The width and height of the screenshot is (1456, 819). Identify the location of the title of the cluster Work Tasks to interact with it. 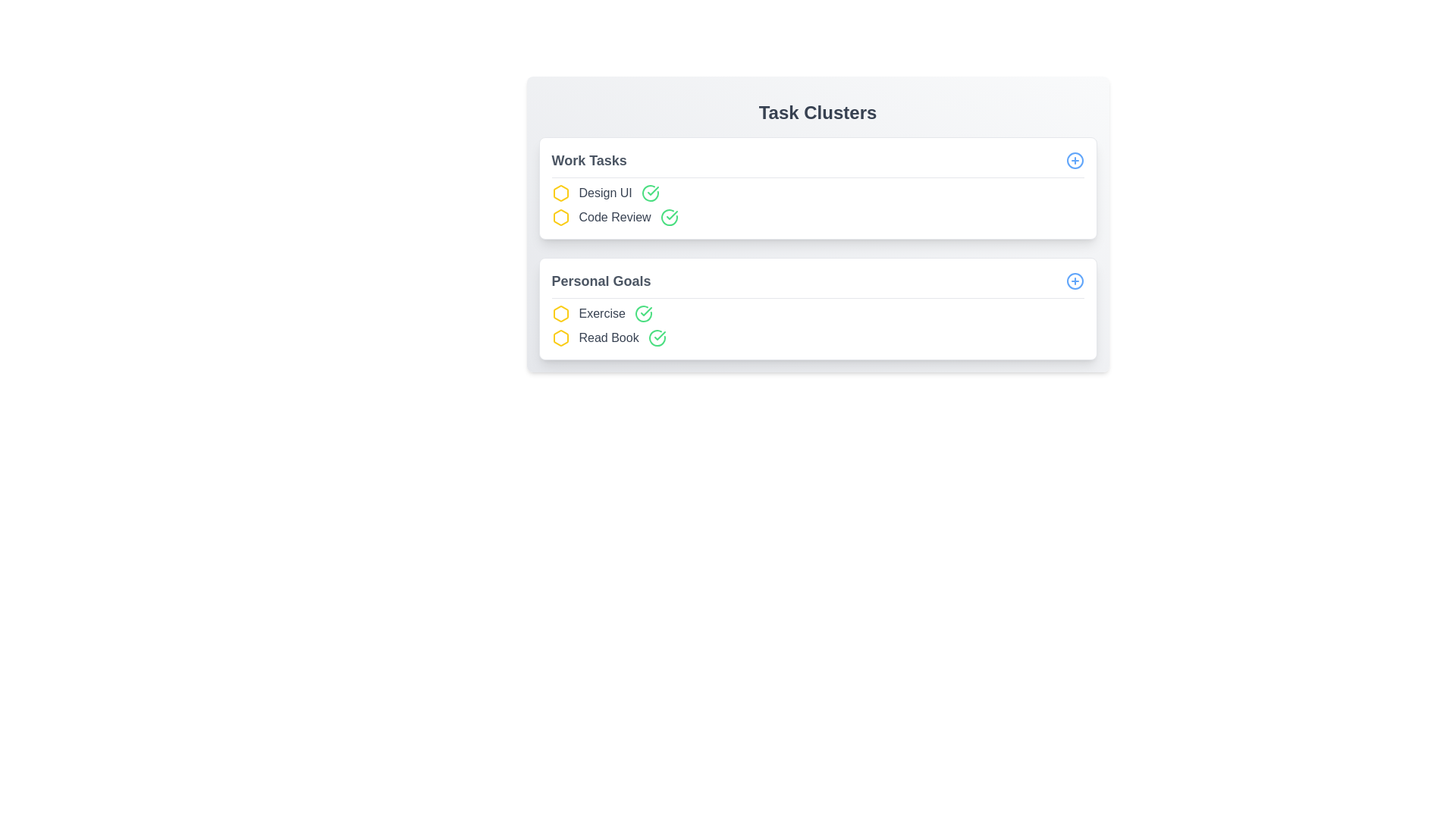
(588, 161).